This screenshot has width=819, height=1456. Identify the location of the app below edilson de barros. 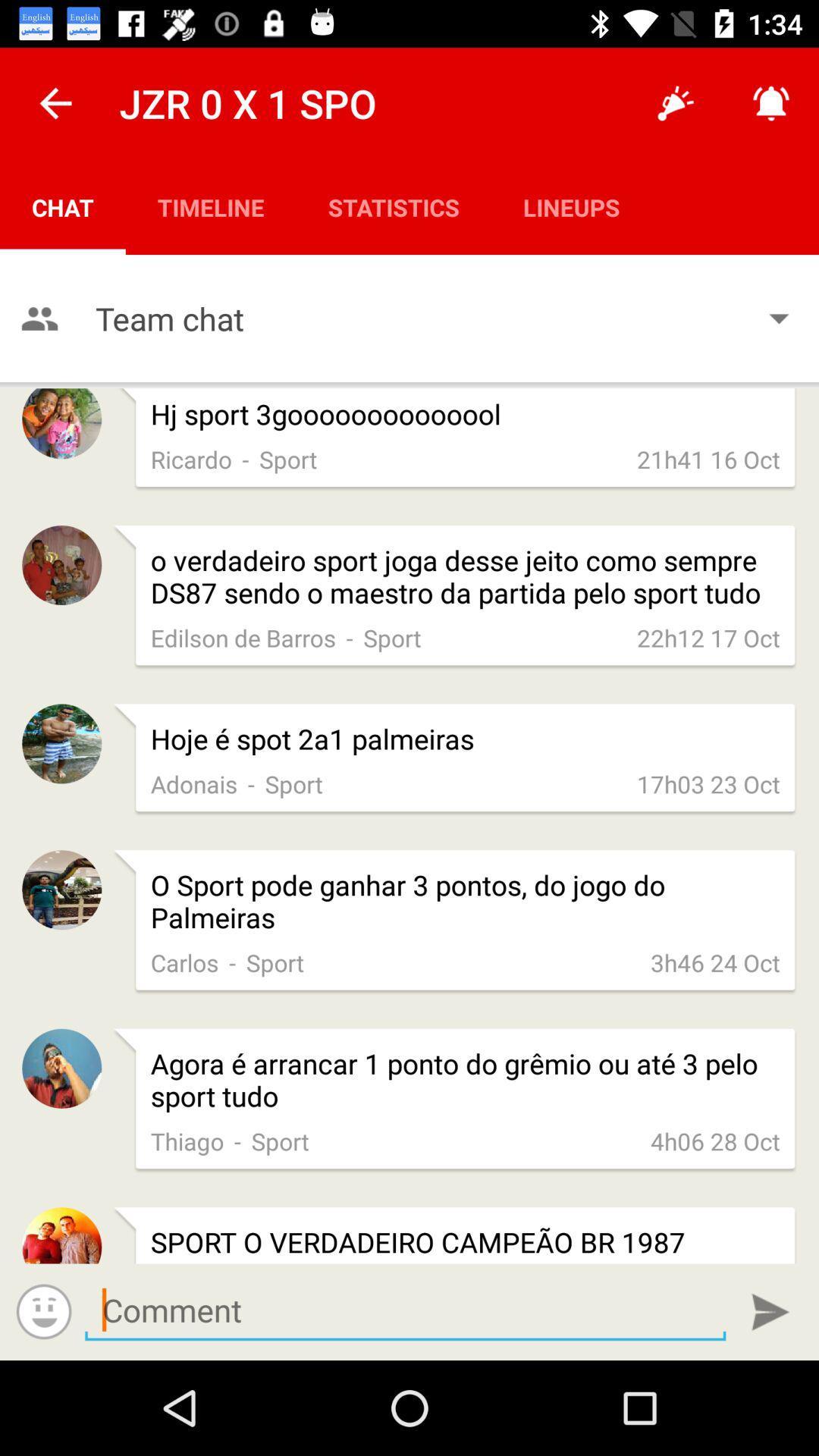
(464, 739).